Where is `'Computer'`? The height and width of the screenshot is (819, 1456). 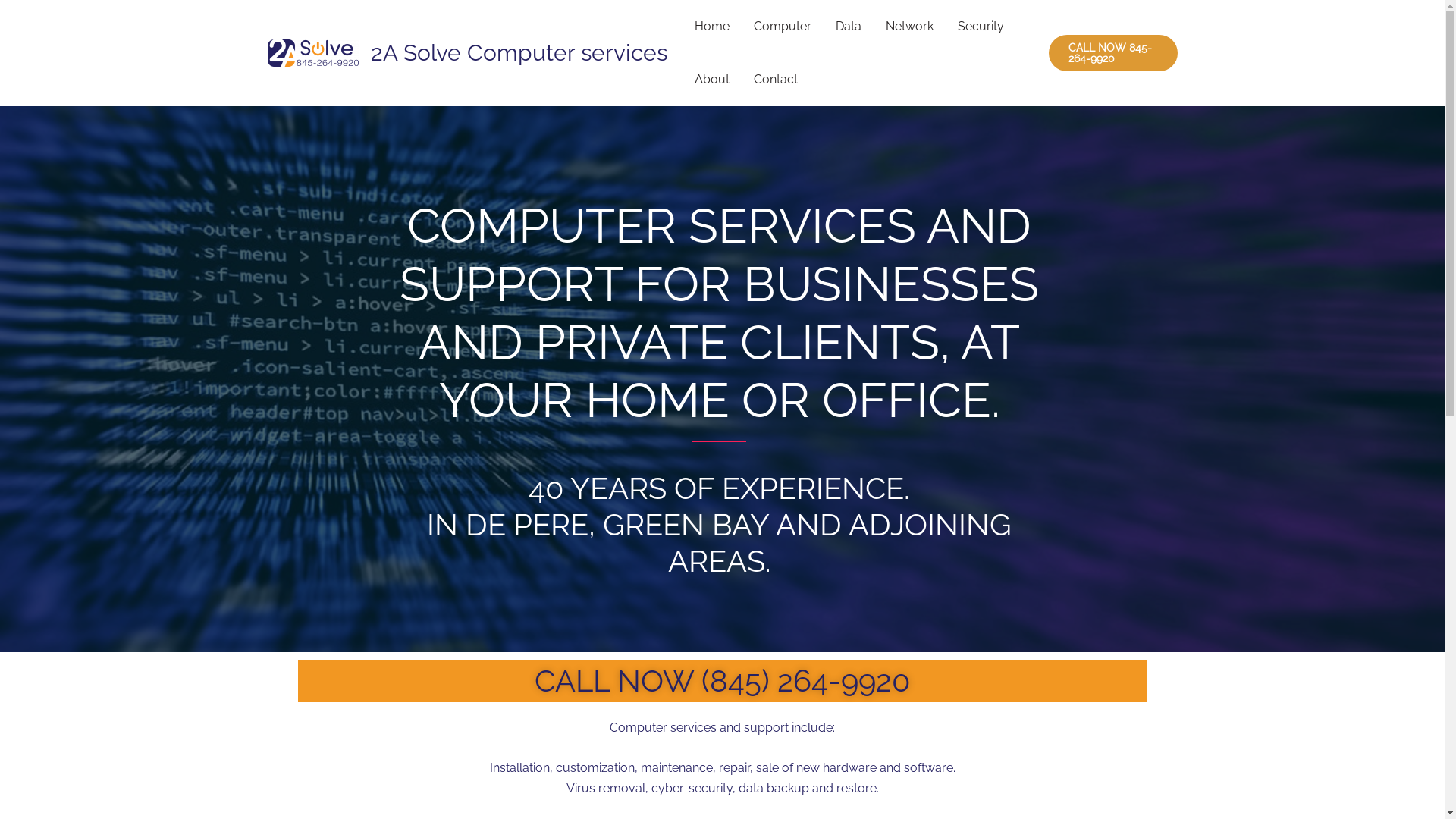 'Computer' is located at coordinates (783, 26).